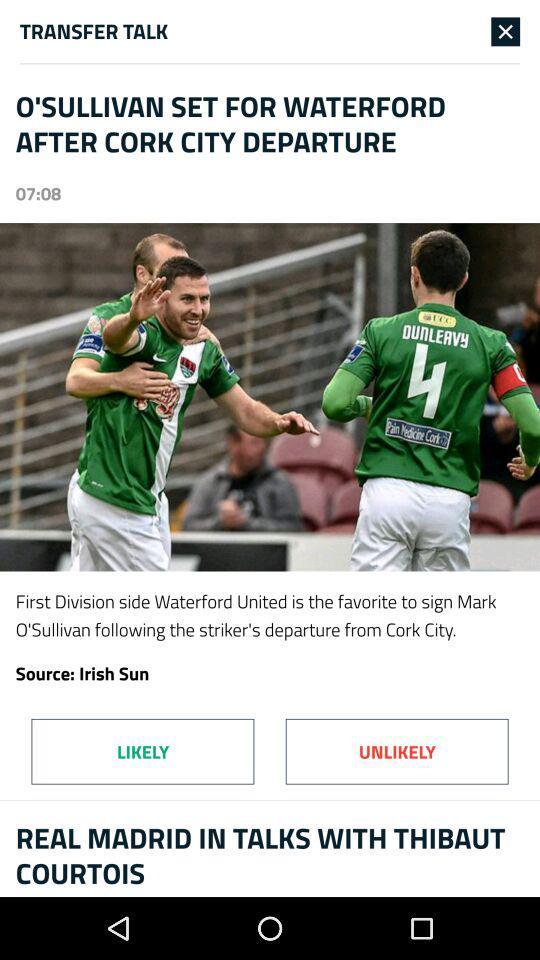 The image size is (540, 960). I want to click on the item below source: irish sun, so click(397, 750).